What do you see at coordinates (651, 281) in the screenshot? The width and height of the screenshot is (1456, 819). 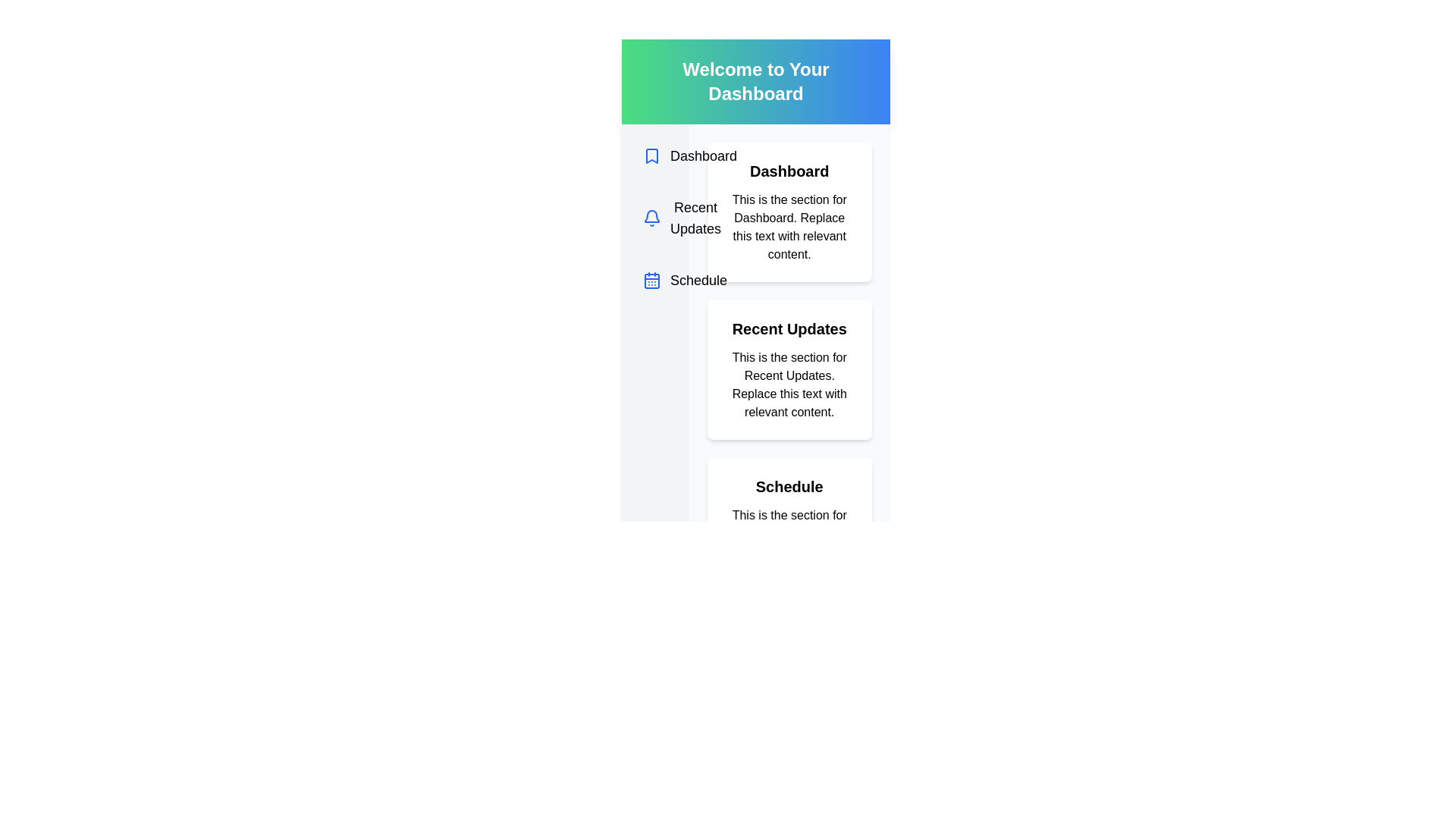 I see `the visual representation of the small square calendar icon with a blue outline located next to the 'Schedule' text in the vertical navigation list` at bounding box center [651, 281].